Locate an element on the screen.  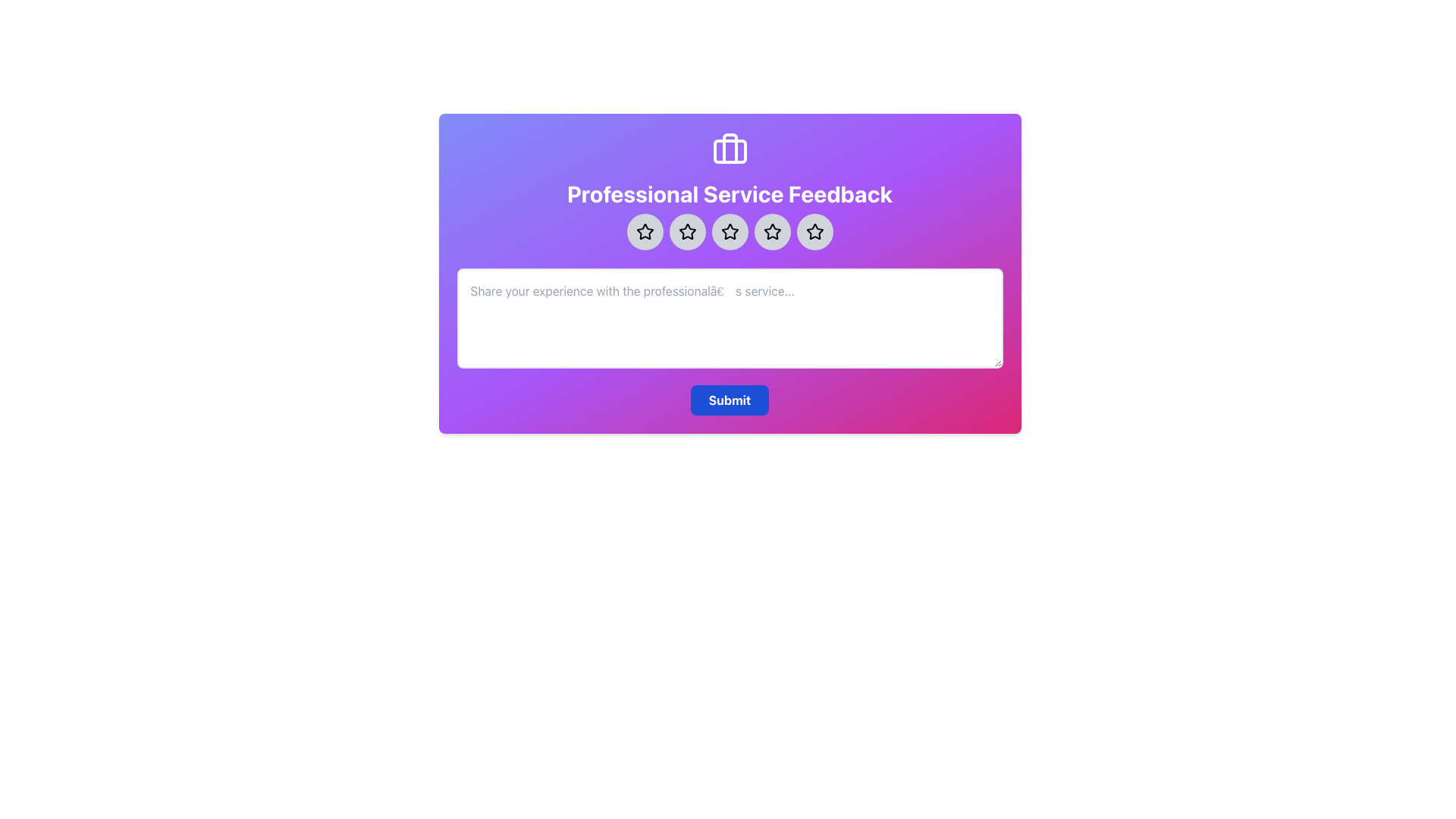
the third star button in the feedback form interface is located at coordinates (730, 231).